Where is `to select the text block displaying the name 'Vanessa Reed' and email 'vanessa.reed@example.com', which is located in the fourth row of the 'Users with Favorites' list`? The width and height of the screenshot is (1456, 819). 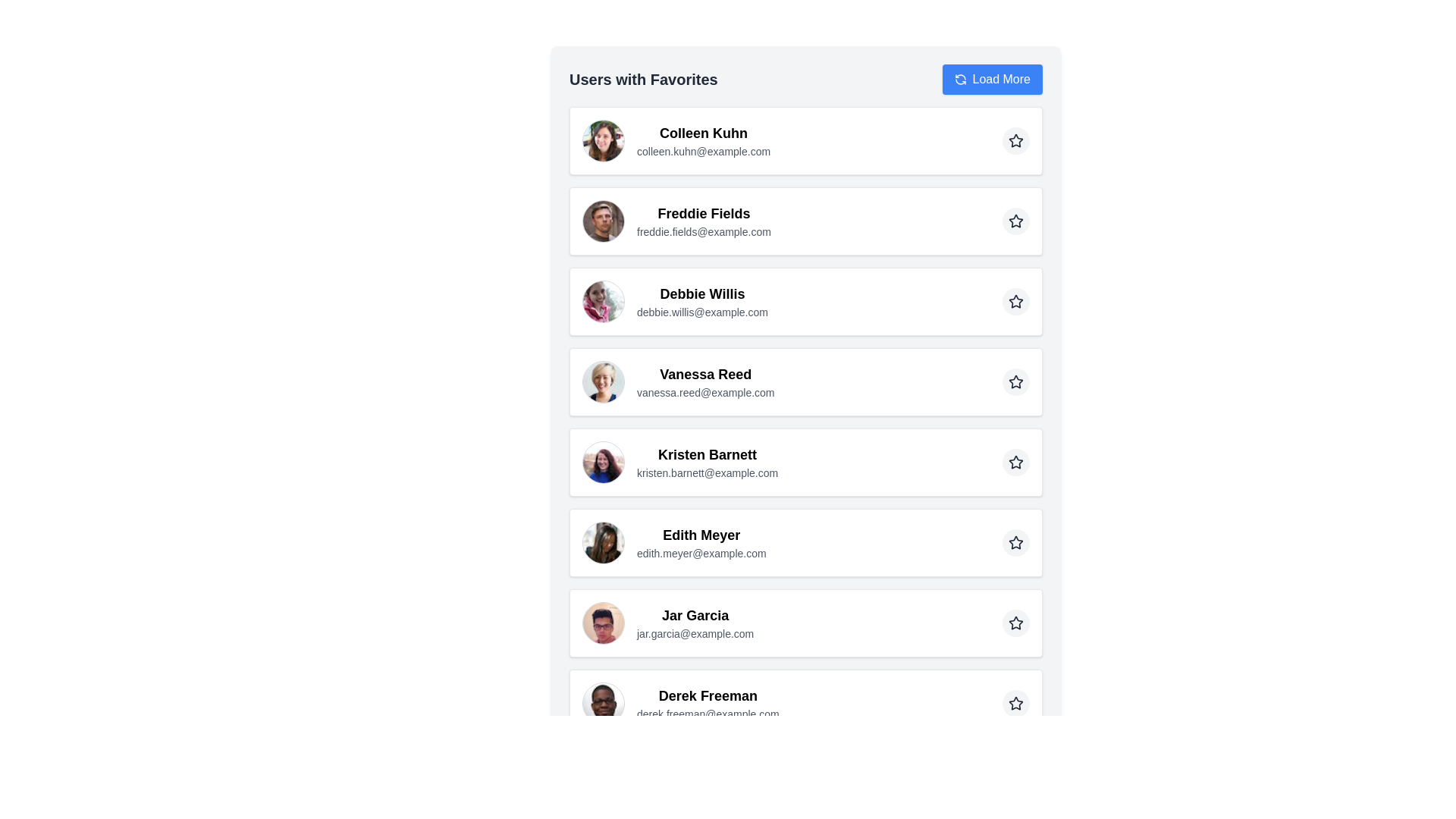
to select the text block displaying the name 'Vanessa Reed' and email 'vanessa.reed@example.com', which is located in the fourth row of the 'Users with Favorites' list is located at coordinates (704, 381).